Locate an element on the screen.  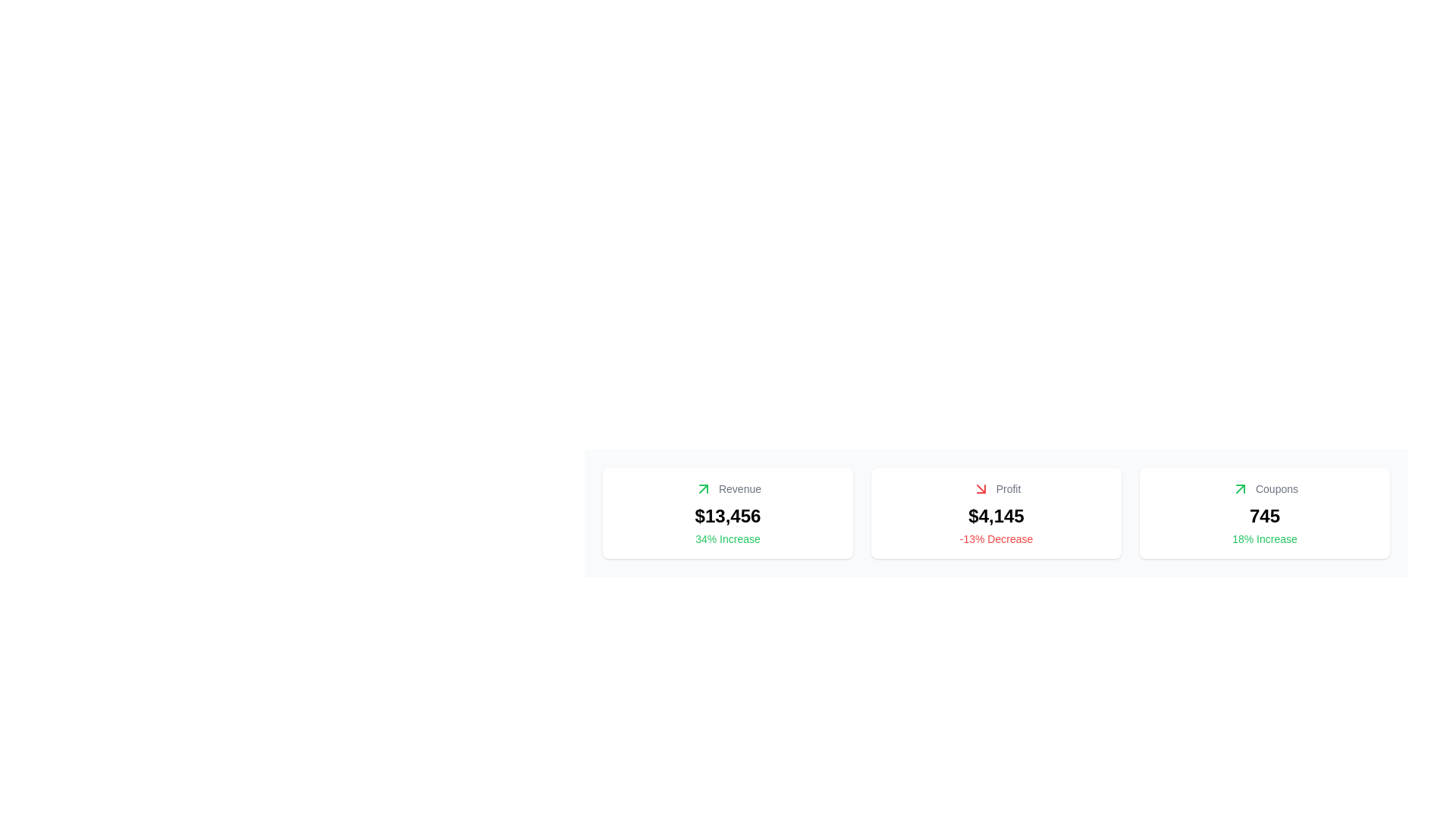
the static text label that indicates the growth percentage of the revenue metric, which is located below the bold text '$13,456' within a card-like component in the leftmost column of a three-column structure is located at coordinates (728, 538).